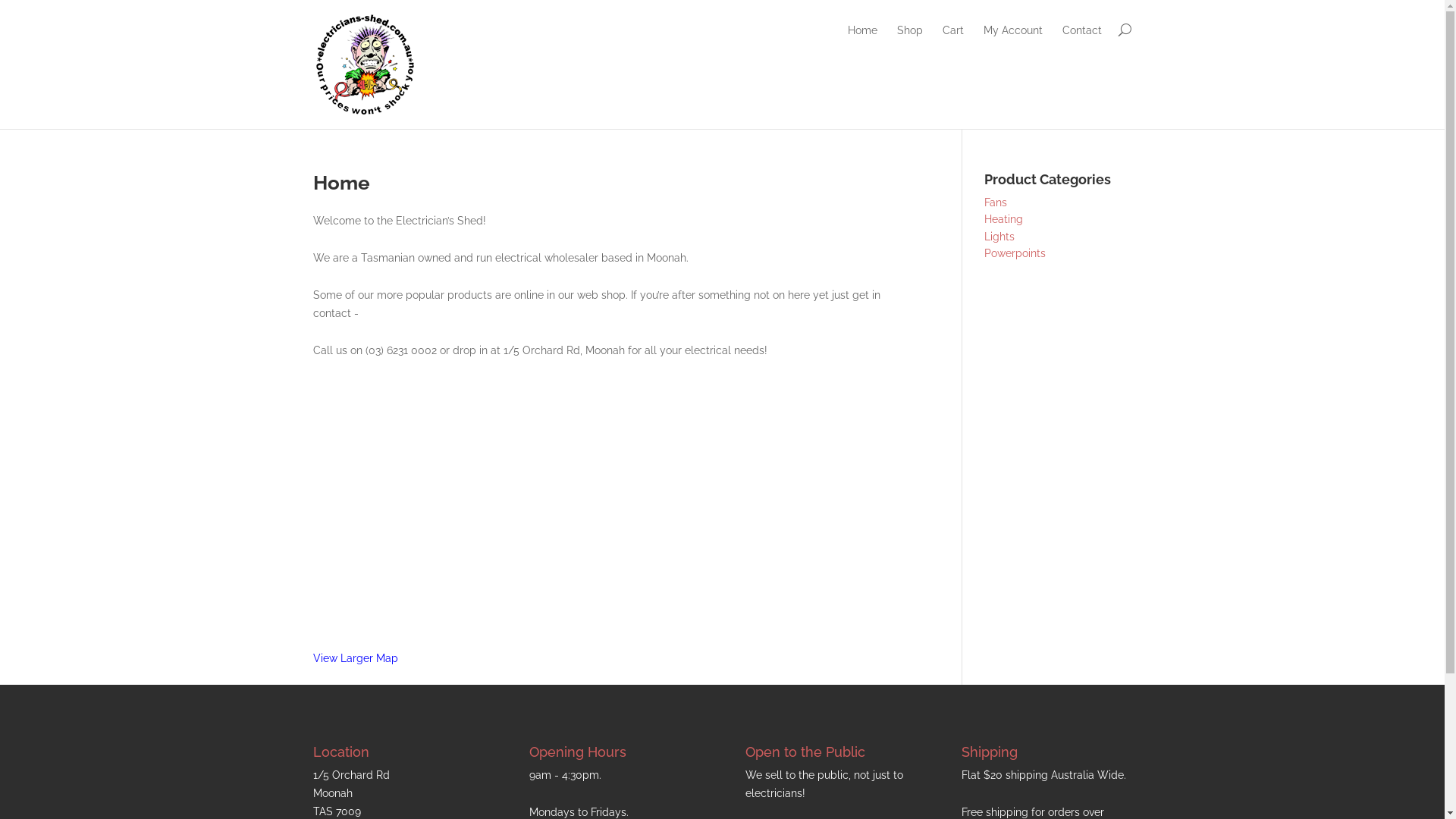  Describe the element at coordinates (996, 201) in the screenshot. I see `'Fans'` at that location.